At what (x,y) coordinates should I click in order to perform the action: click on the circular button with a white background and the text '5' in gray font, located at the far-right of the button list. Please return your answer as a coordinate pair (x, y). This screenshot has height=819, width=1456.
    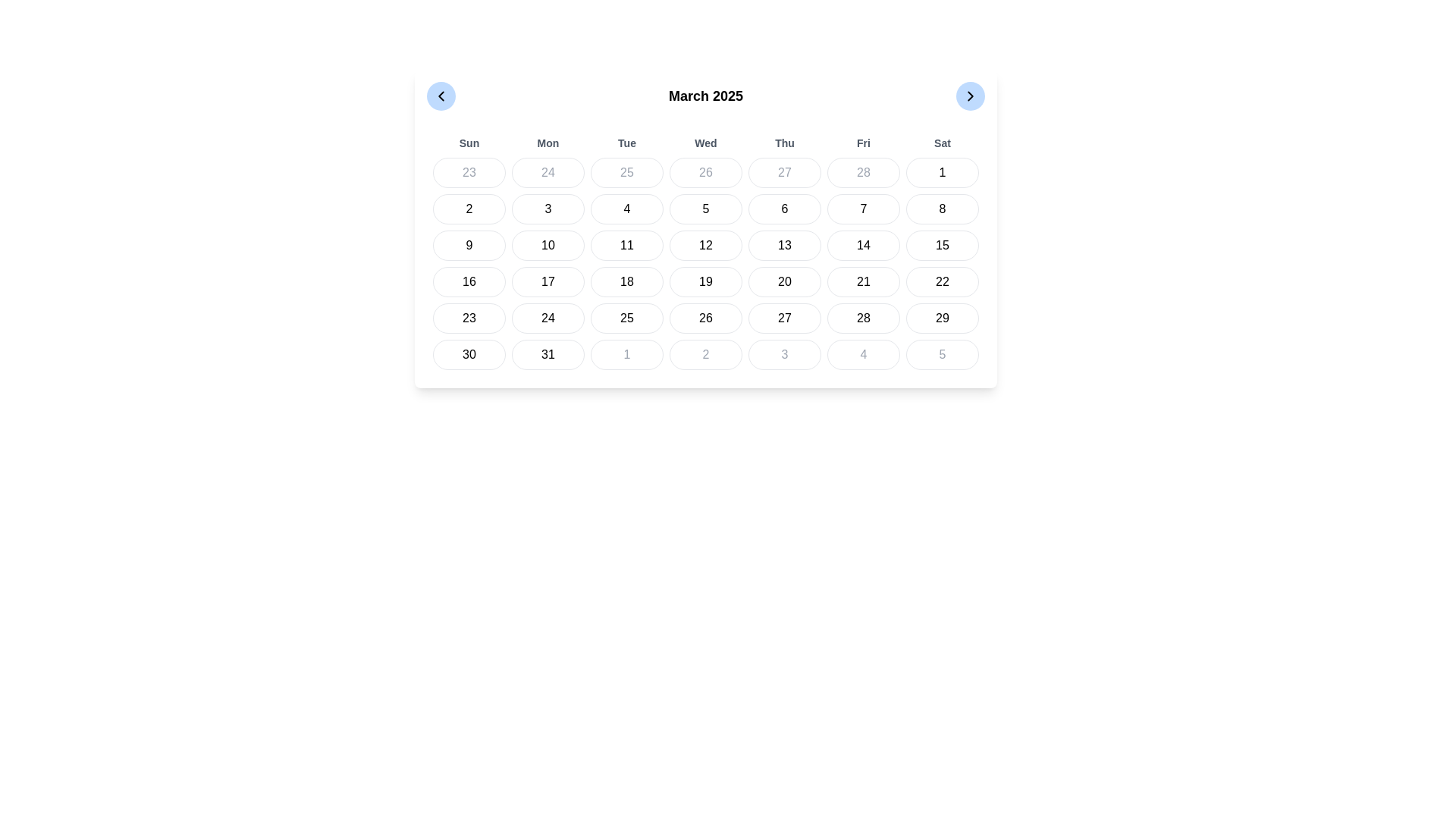
    Looking at the image, I should click on (942, 354).